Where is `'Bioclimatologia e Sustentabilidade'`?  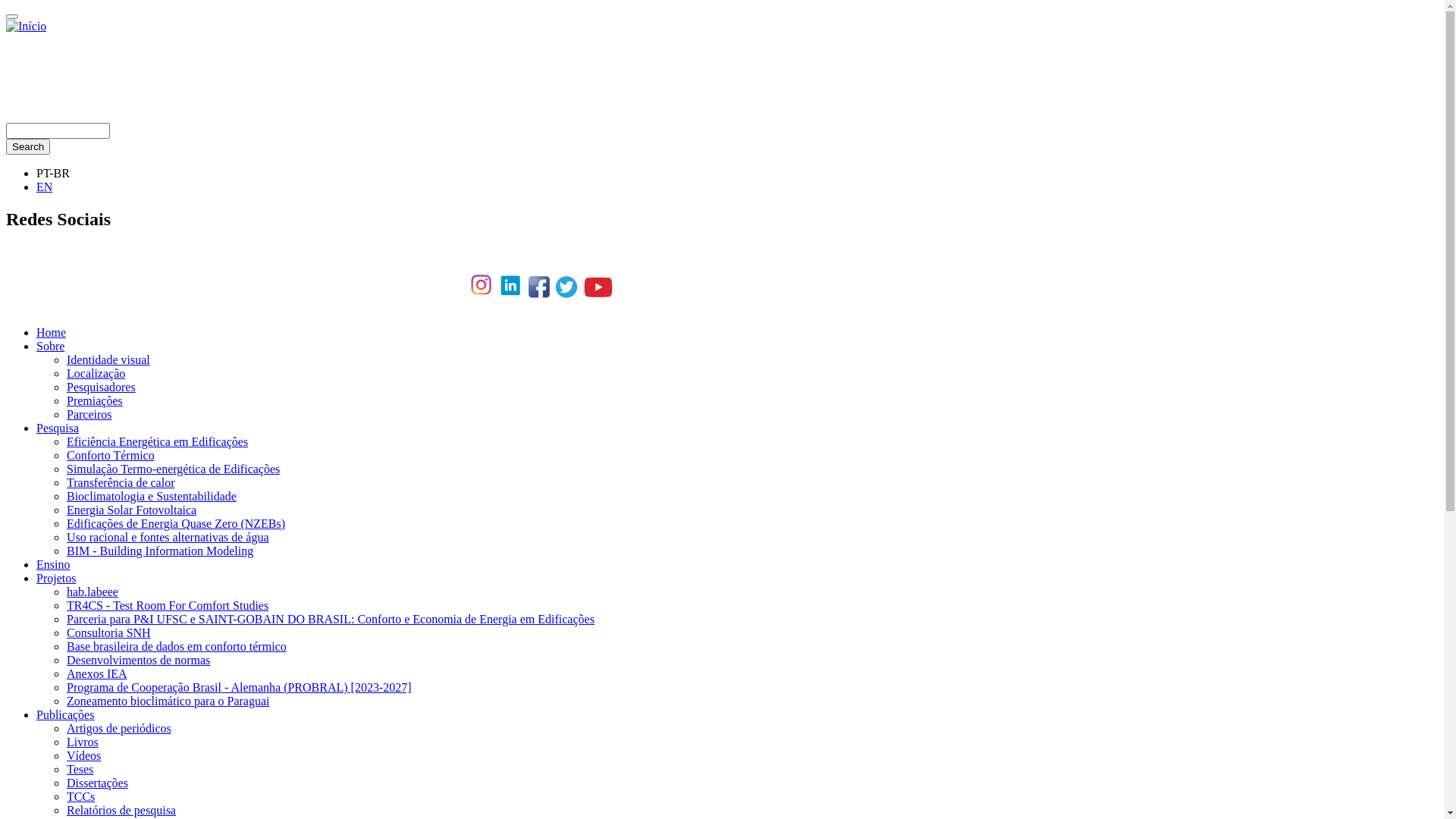
'Bioclimatologia e Sustentabilidade' is located at coordinates (152, 496).